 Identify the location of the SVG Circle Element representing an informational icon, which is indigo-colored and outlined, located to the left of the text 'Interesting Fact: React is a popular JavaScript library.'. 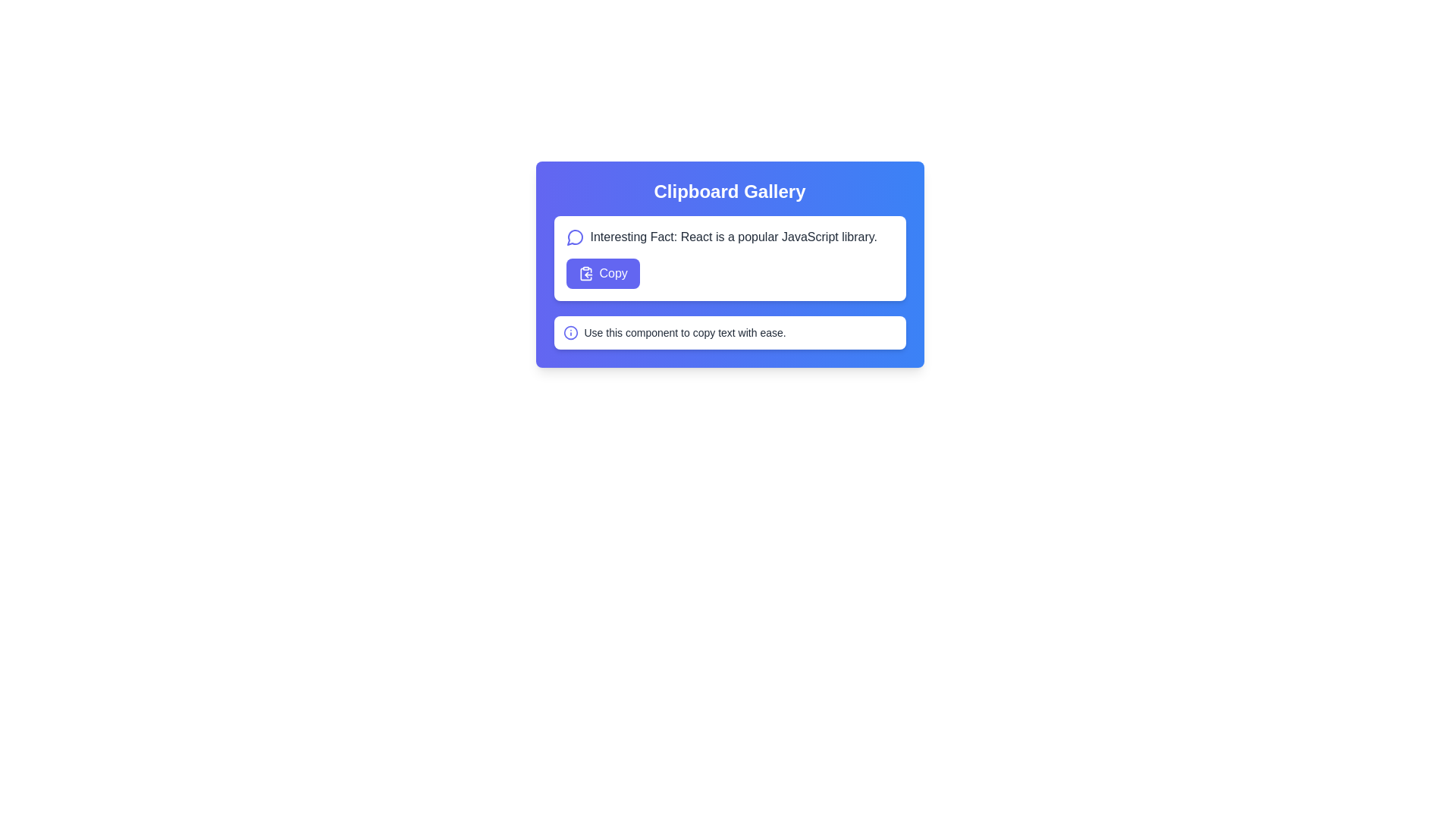
(570, 332).